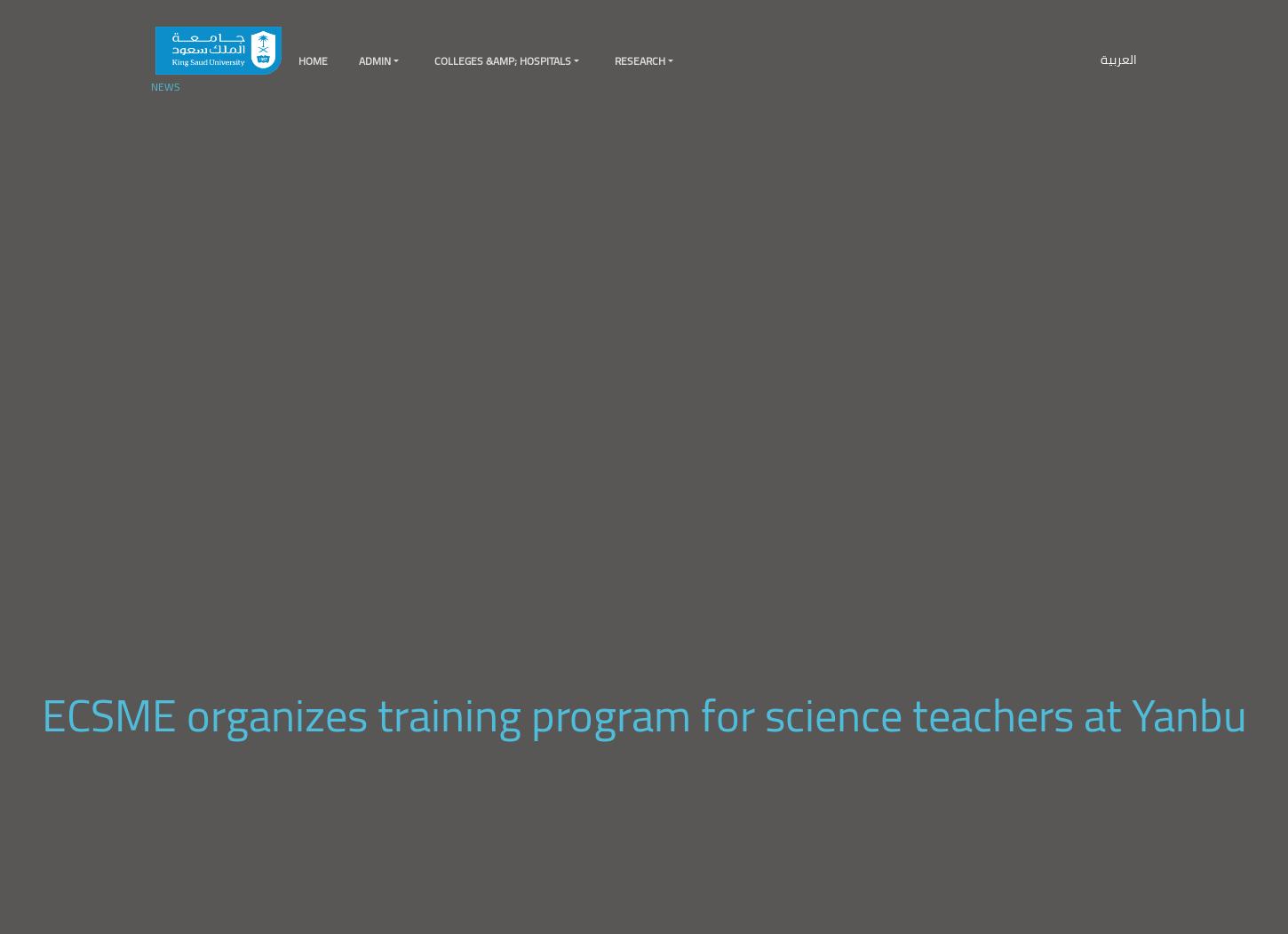 The width and height of the screenshot is (1288, 934). I want to click on 'Graduate Studies', so click(431, 344).